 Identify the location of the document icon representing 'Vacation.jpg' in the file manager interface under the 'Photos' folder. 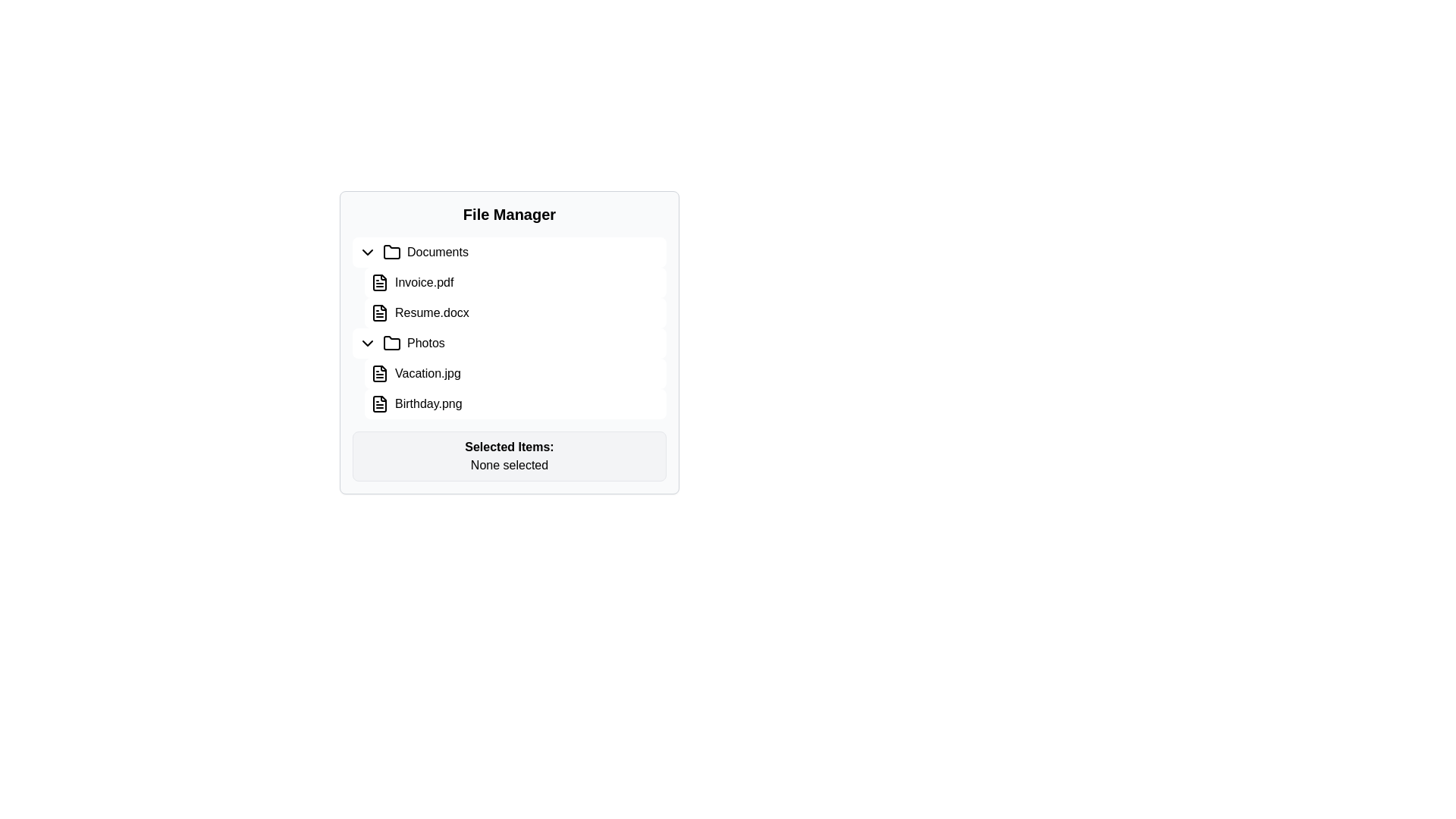
(379, 374).